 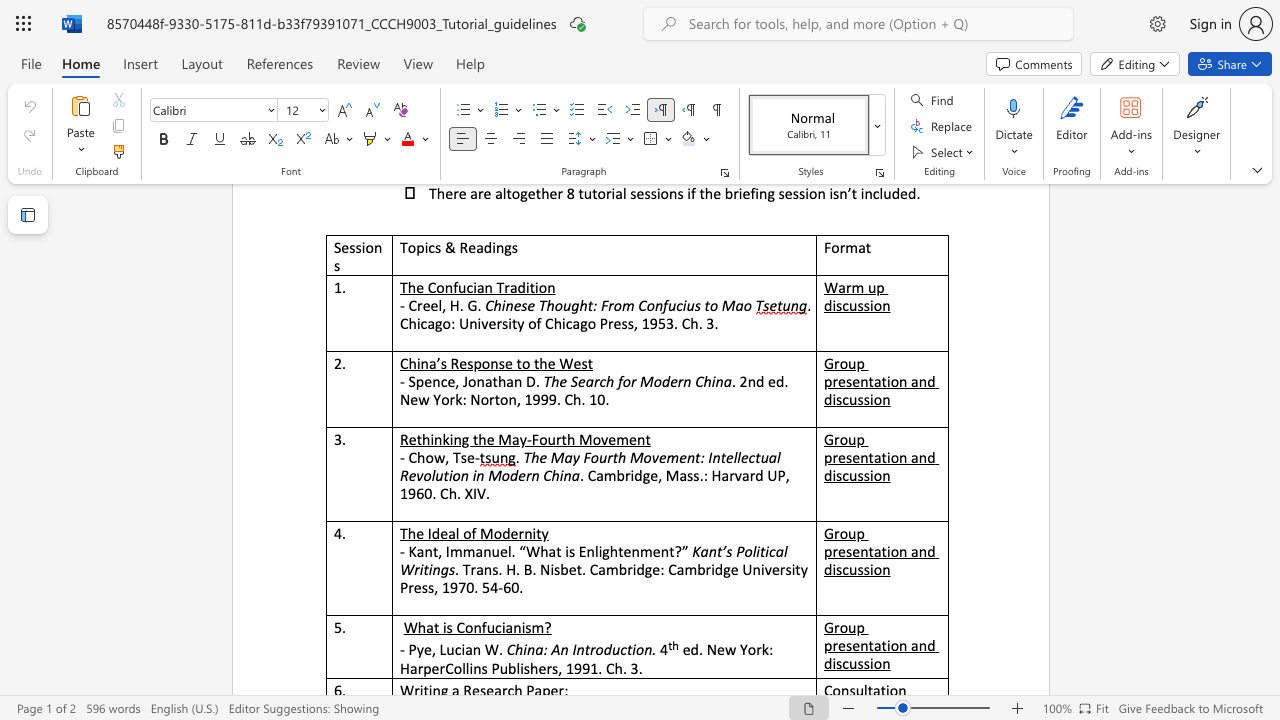 I want to click on the subset text "lectual Revolution in Mo" within the text "The May Fourth Movement: Intellectual Revolution in Modern China", so click(x=736, y=457).